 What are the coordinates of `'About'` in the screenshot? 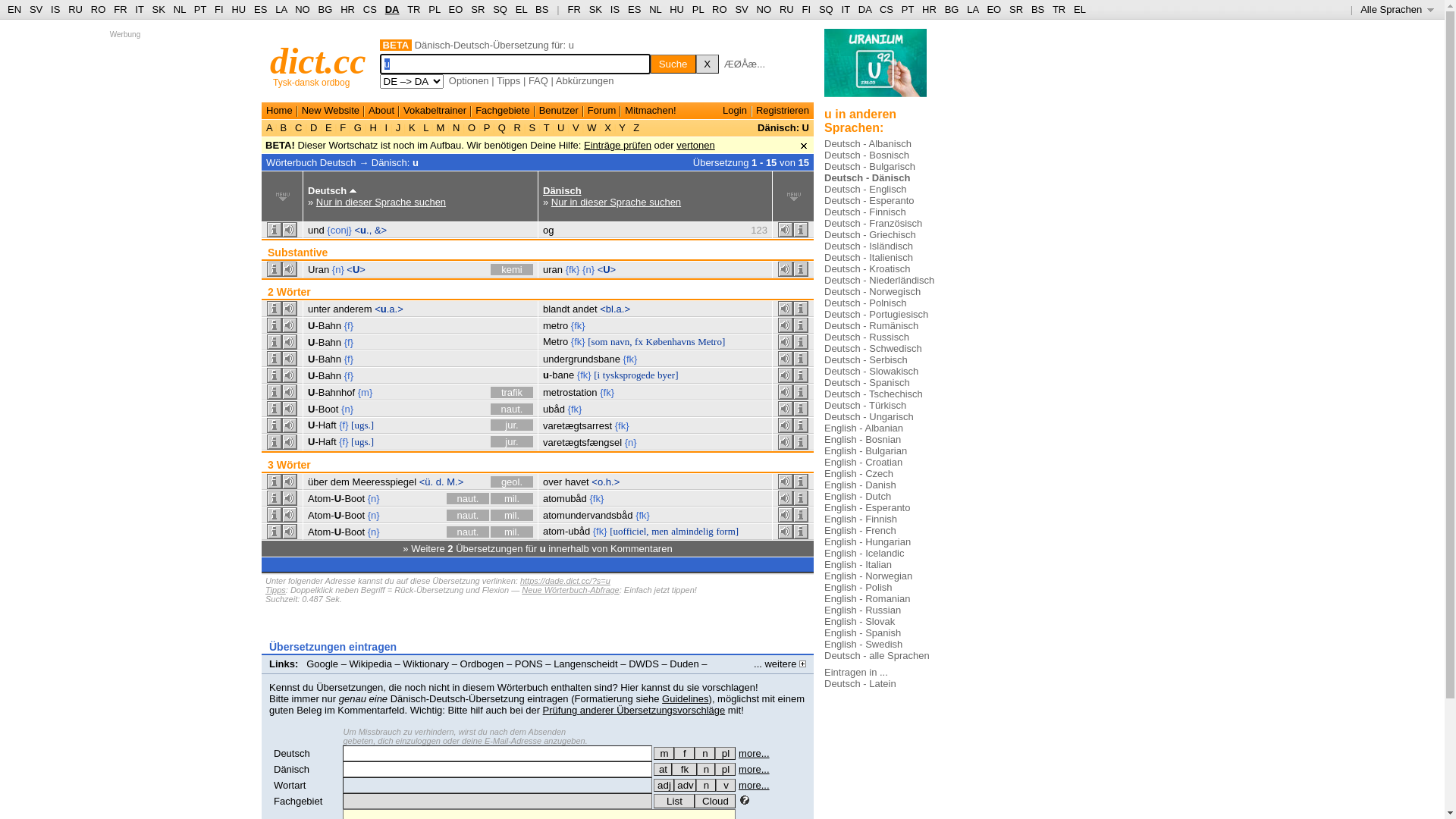 It's located at (381, 109).